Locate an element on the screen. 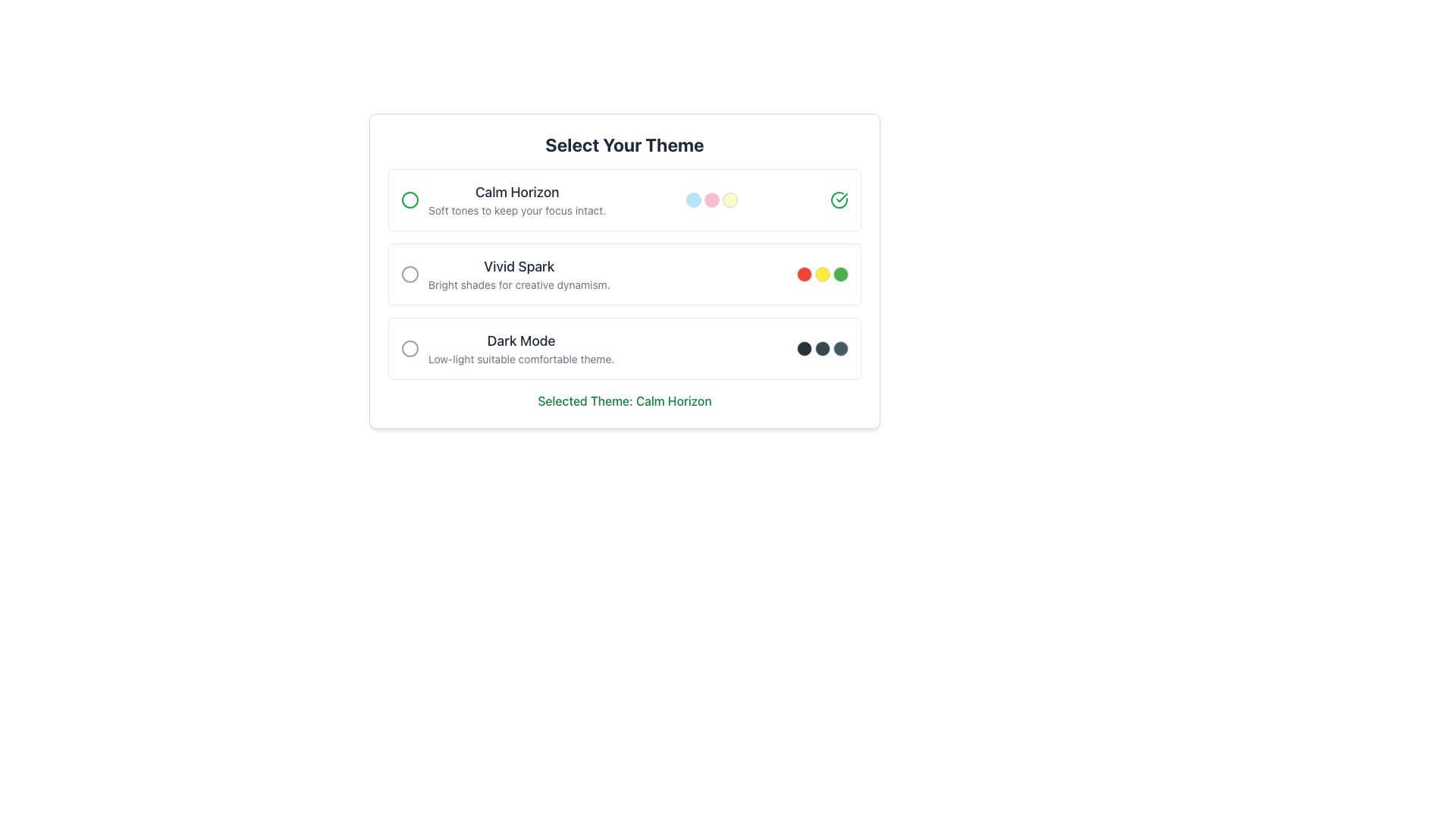 This screenshot has height=819, width=1456. the small circular UI component with a soft pink background and gray border, positioned next to the text 'Calm Horizon' in the 'Select Your Theme' section is located at coordinates (711, 199).